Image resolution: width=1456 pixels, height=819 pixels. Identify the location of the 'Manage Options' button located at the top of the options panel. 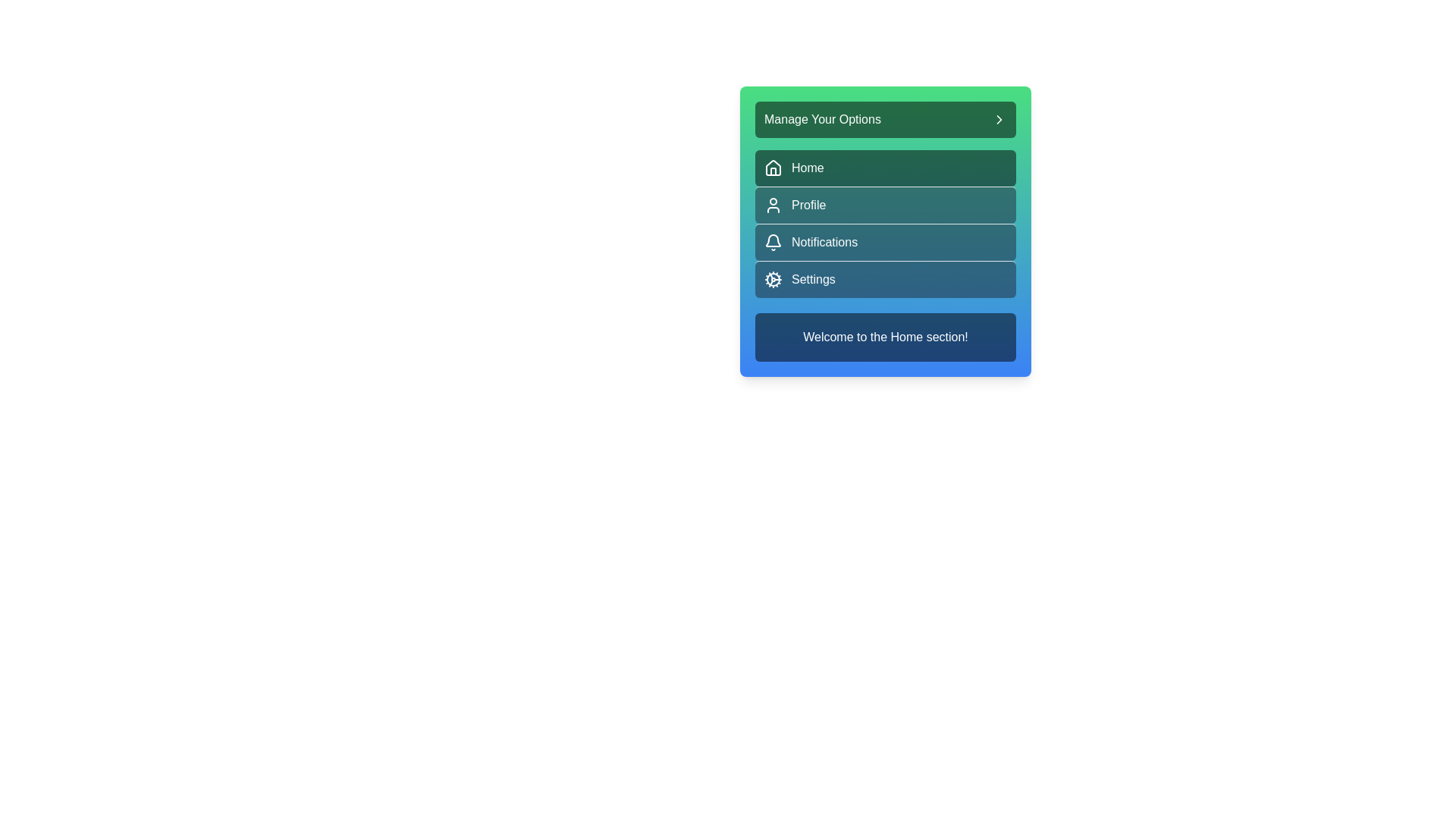
(885, 119).